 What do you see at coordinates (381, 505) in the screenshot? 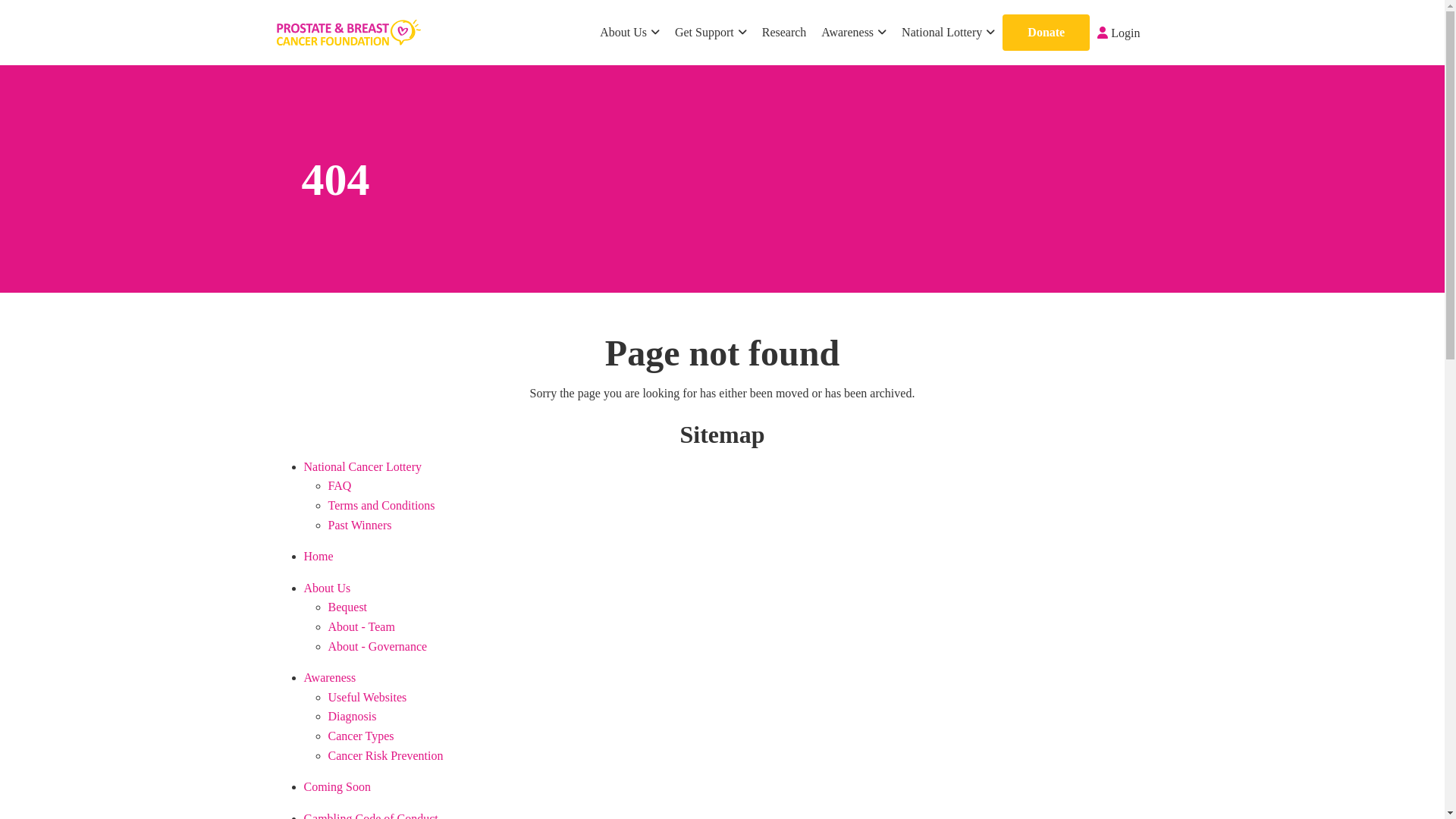
I see `'Terms and Conditions'` at bounding box center [381, 505].